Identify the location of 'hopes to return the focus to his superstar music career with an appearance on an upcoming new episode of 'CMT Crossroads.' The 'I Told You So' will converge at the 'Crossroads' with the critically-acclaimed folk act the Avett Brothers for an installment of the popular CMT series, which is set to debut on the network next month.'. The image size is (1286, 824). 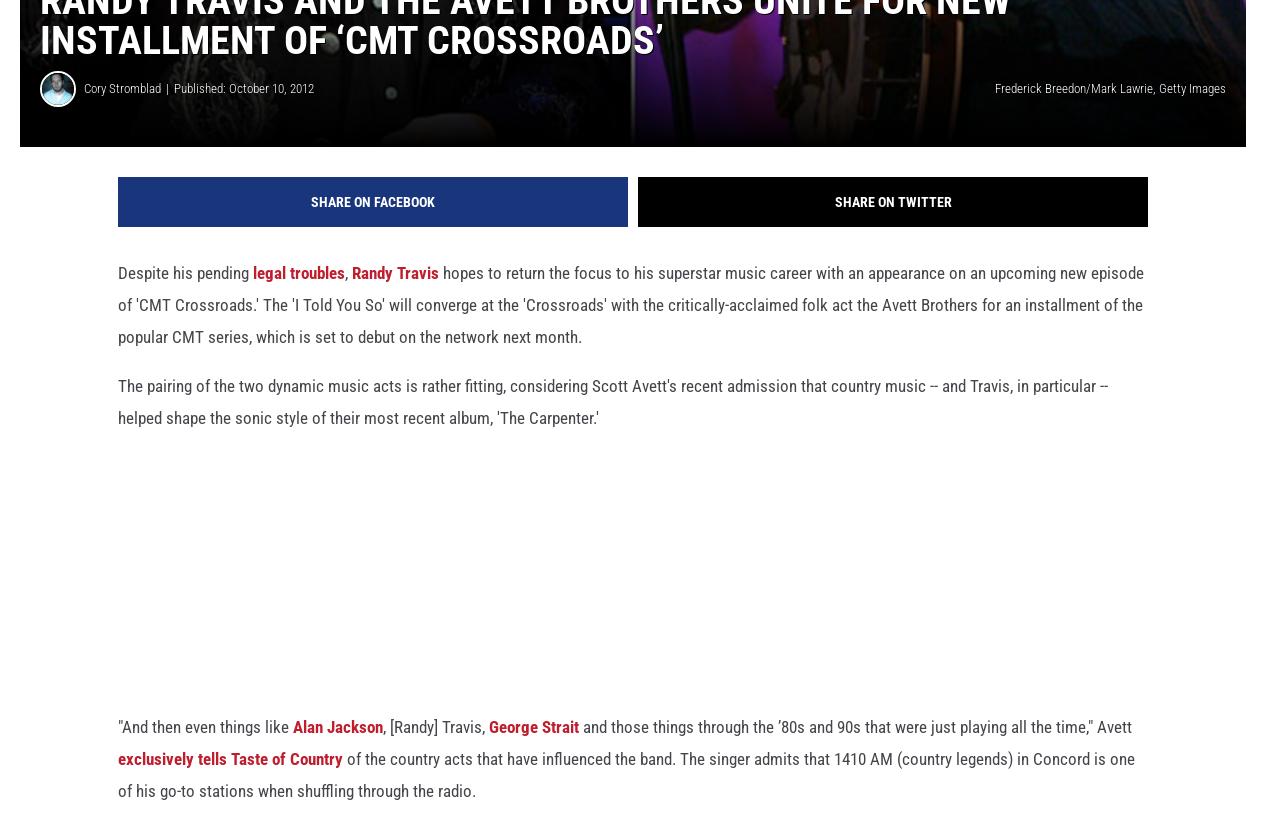
(118, 323).